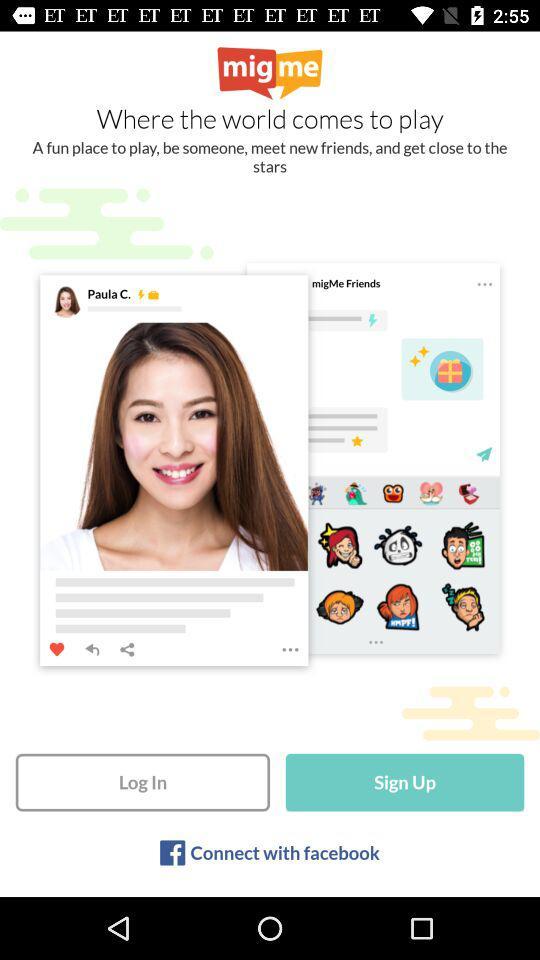 This screenshot has height=960, width=540. What do you see at coordinates (405, 782) in the screenshot?
I see `item next to log in item` at bounding box center [405, 782].